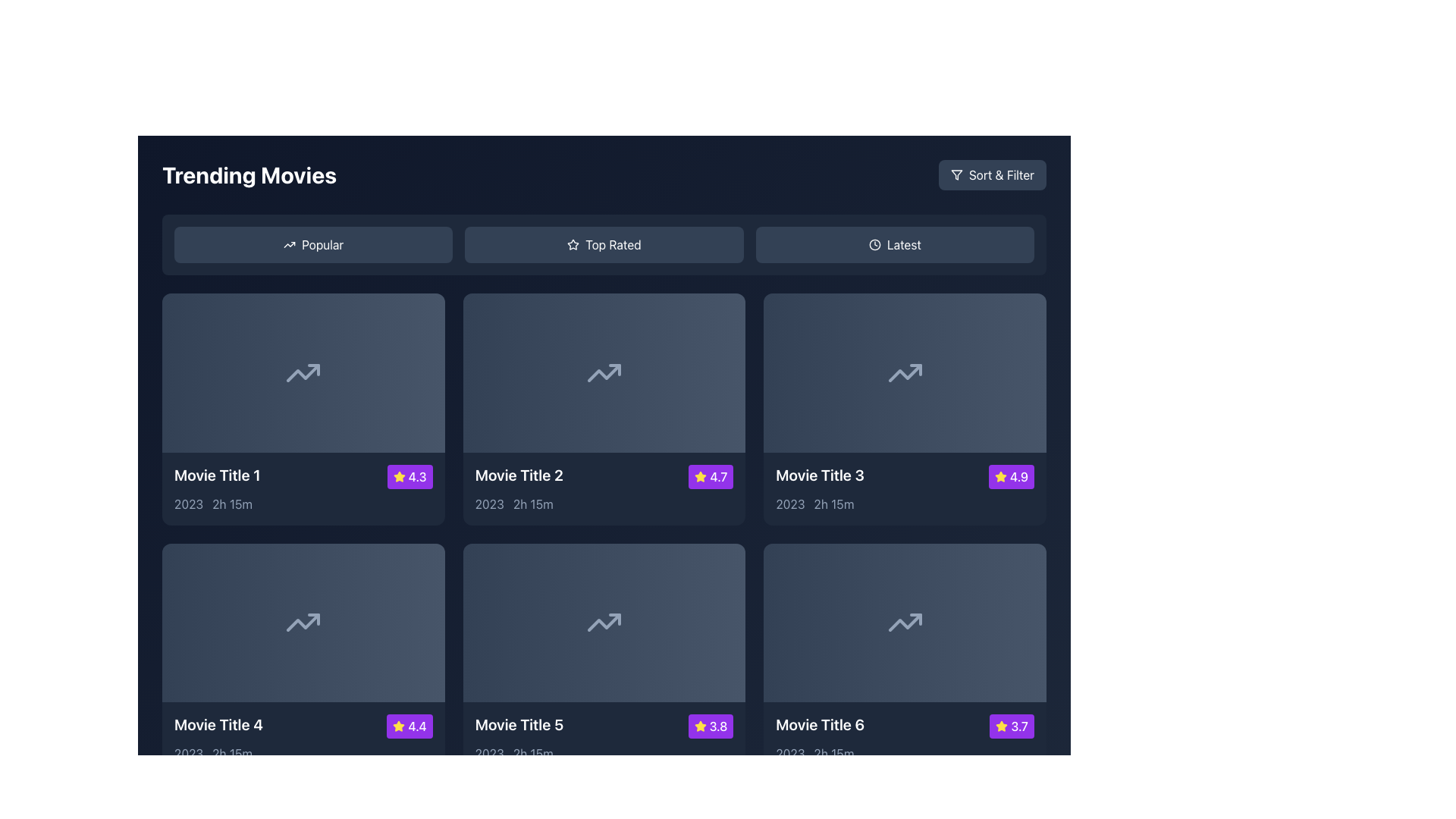 The width and height of the screenshot is (1456, 819). I want to click on the text label displaying '2023', located in the bottom-left corner of the card for 'Movie Title 6', so click(789, 754).